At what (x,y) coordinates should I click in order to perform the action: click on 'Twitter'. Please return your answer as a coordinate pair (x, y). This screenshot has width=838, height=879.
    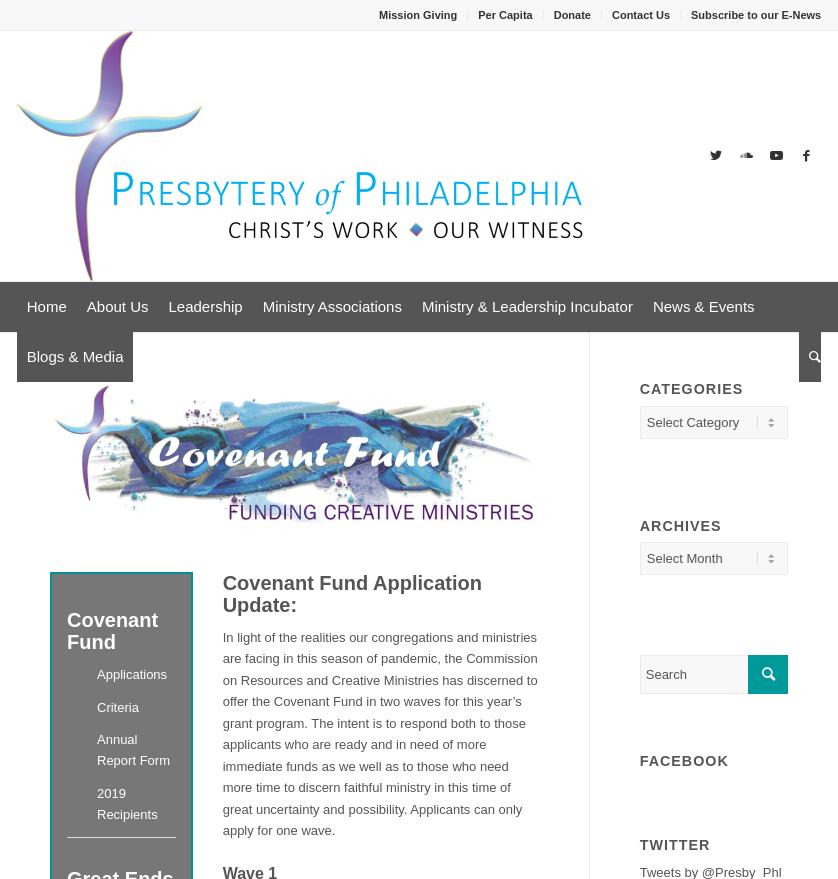
    Looking at the image, I should click on (673, 844).